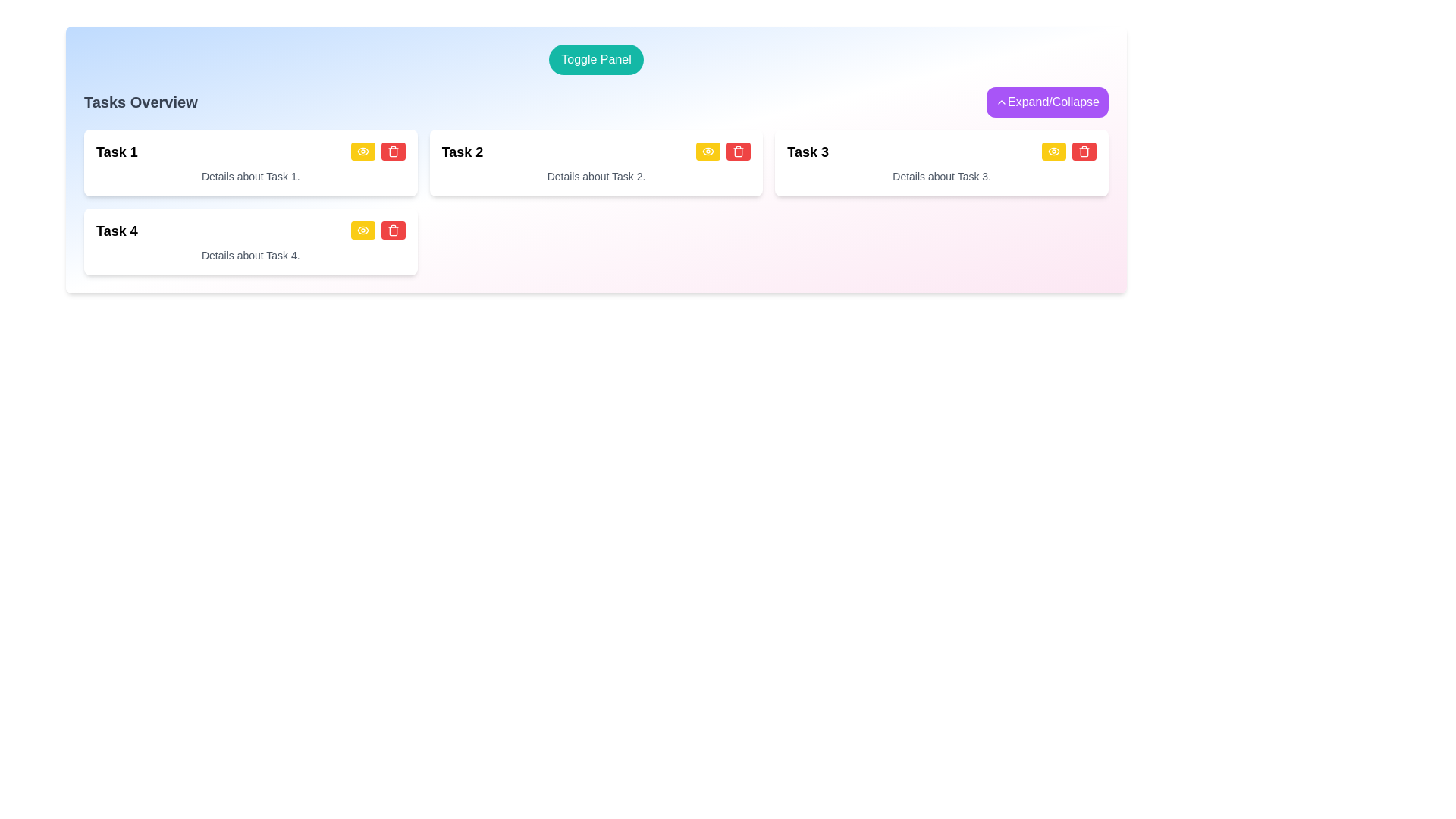  Describe the element at coordinates (1046, 102) in the screenshot. I see `the button with a purple background and white text that reads 'Expand/Collapse' located at the top-right corner of the 'Tasks Overview' panel` at that location.